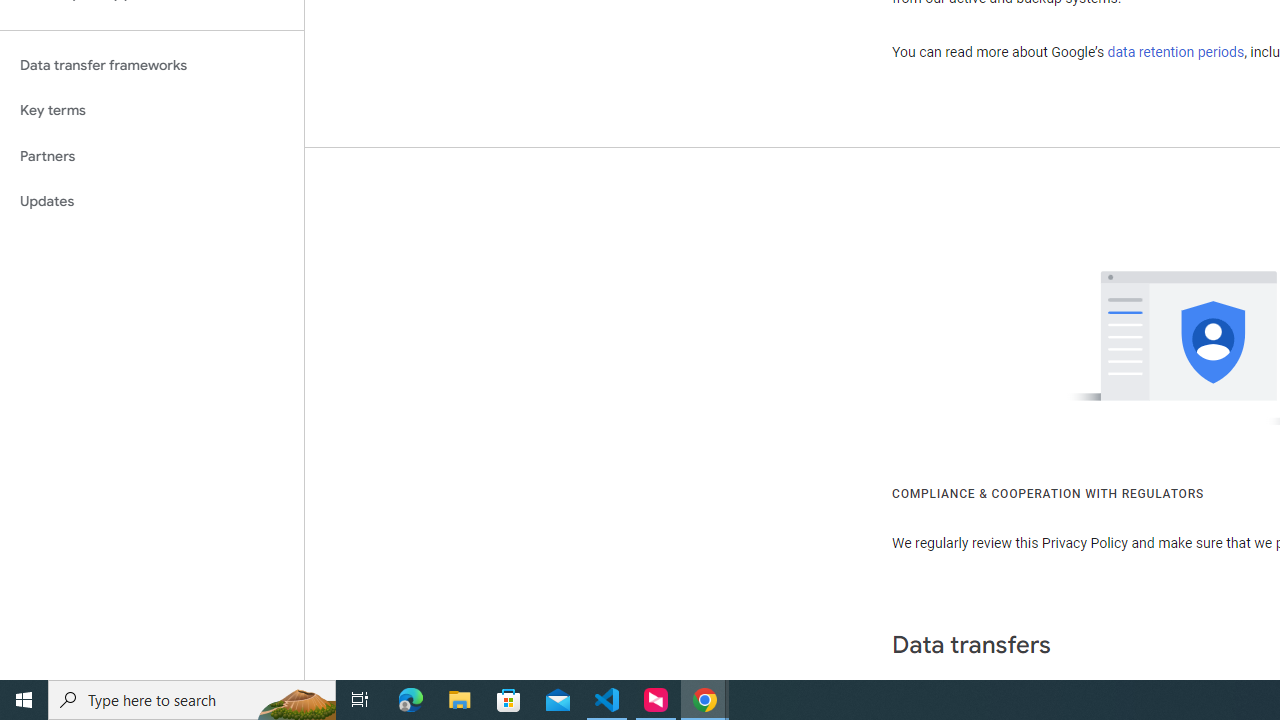 Image resolution: width=1280 pixels, height=720 pixels. Describe the element at coordinates (1176, 51) in the screenshot. I see `'data retention periods'` at that location.